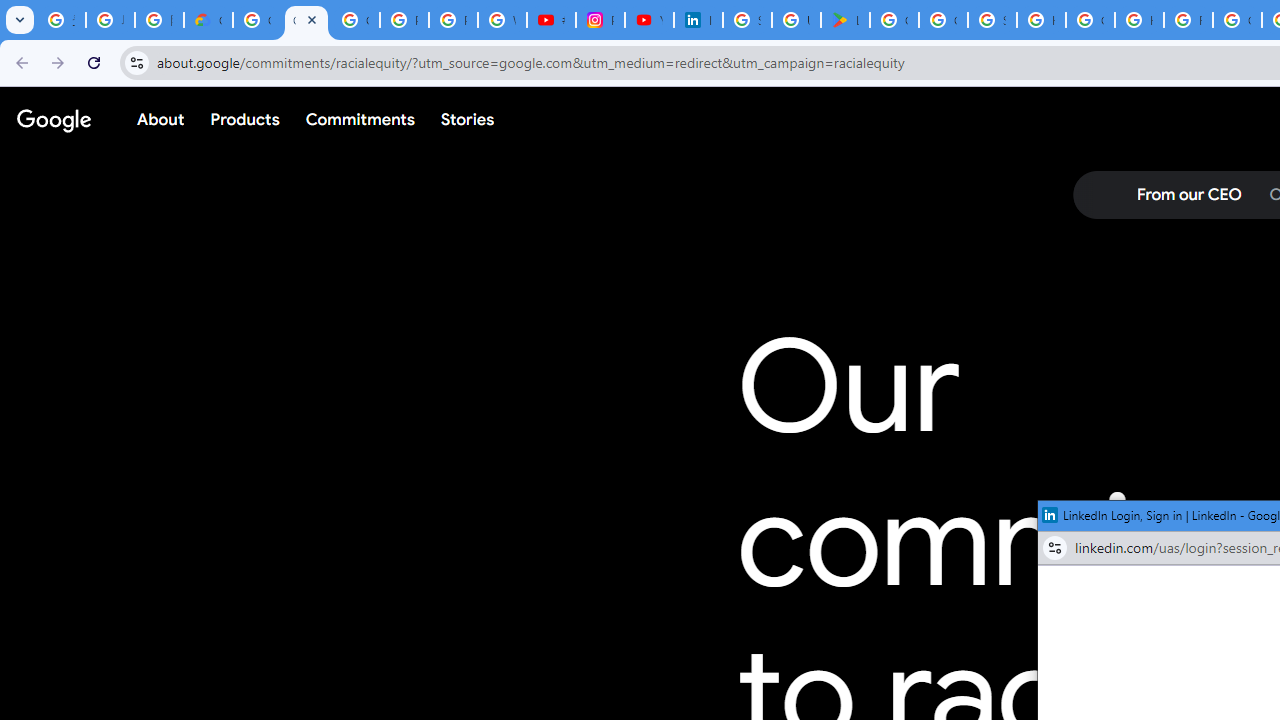  Describe the element at coordinates (54, 119) in the screenshot. I see `'Google'` at that location.